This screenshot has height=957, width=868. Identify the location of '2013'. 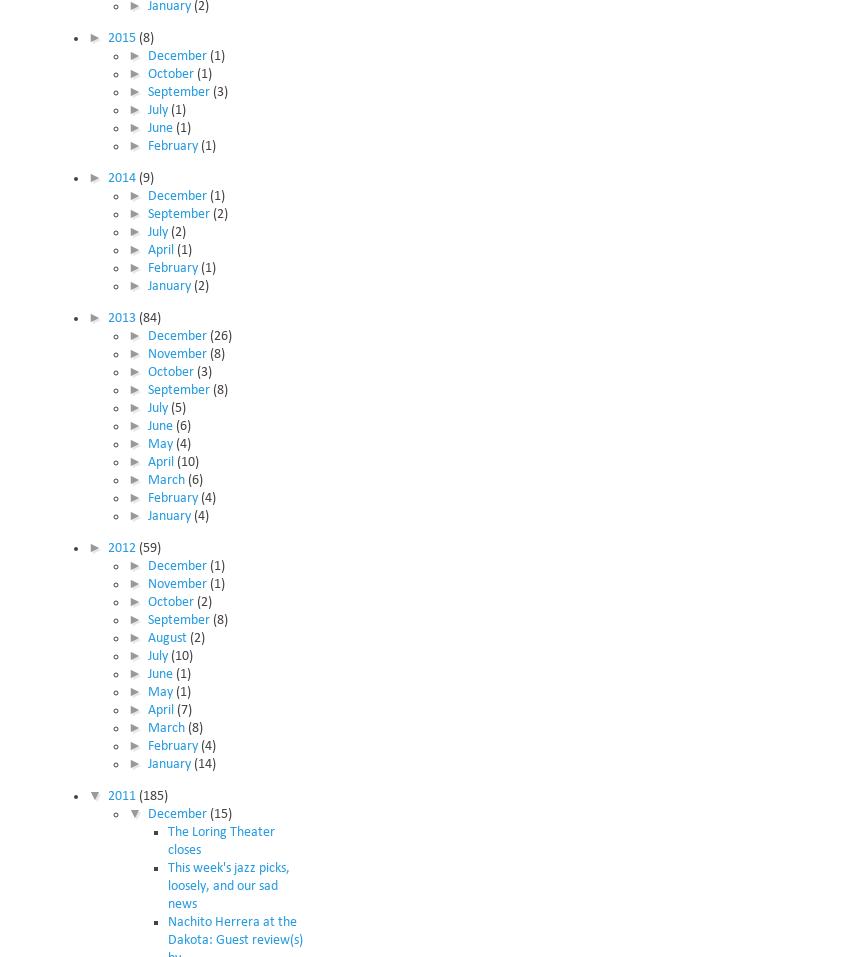
(122, 317).